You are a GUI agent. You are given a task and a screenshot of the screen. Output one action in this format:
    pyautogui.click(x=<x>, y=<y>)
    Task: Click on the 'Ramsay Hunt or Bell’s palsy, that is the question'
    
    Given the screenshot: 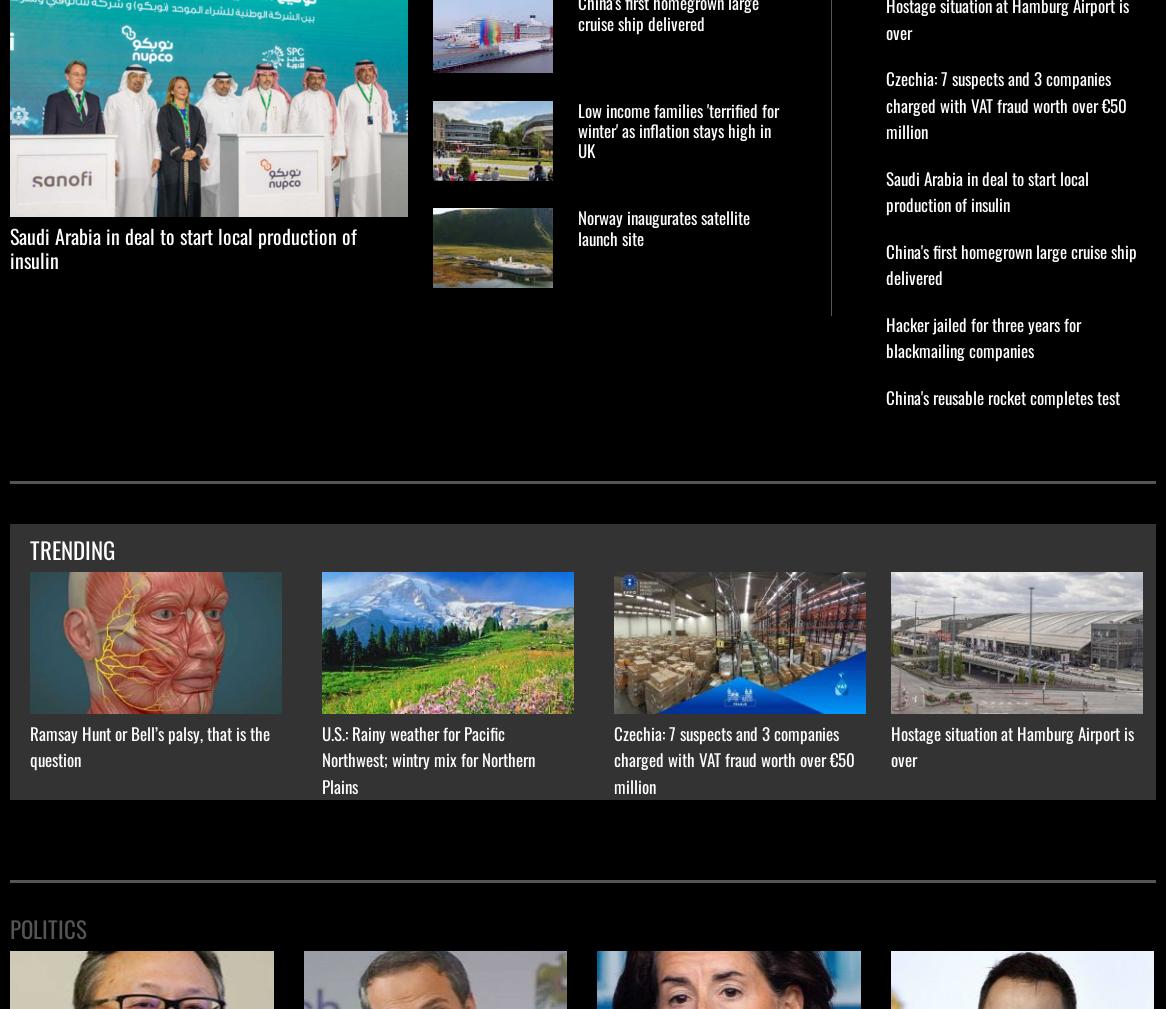 What is the action you would take?
    pyautogui.click(x=149, y=745)
    